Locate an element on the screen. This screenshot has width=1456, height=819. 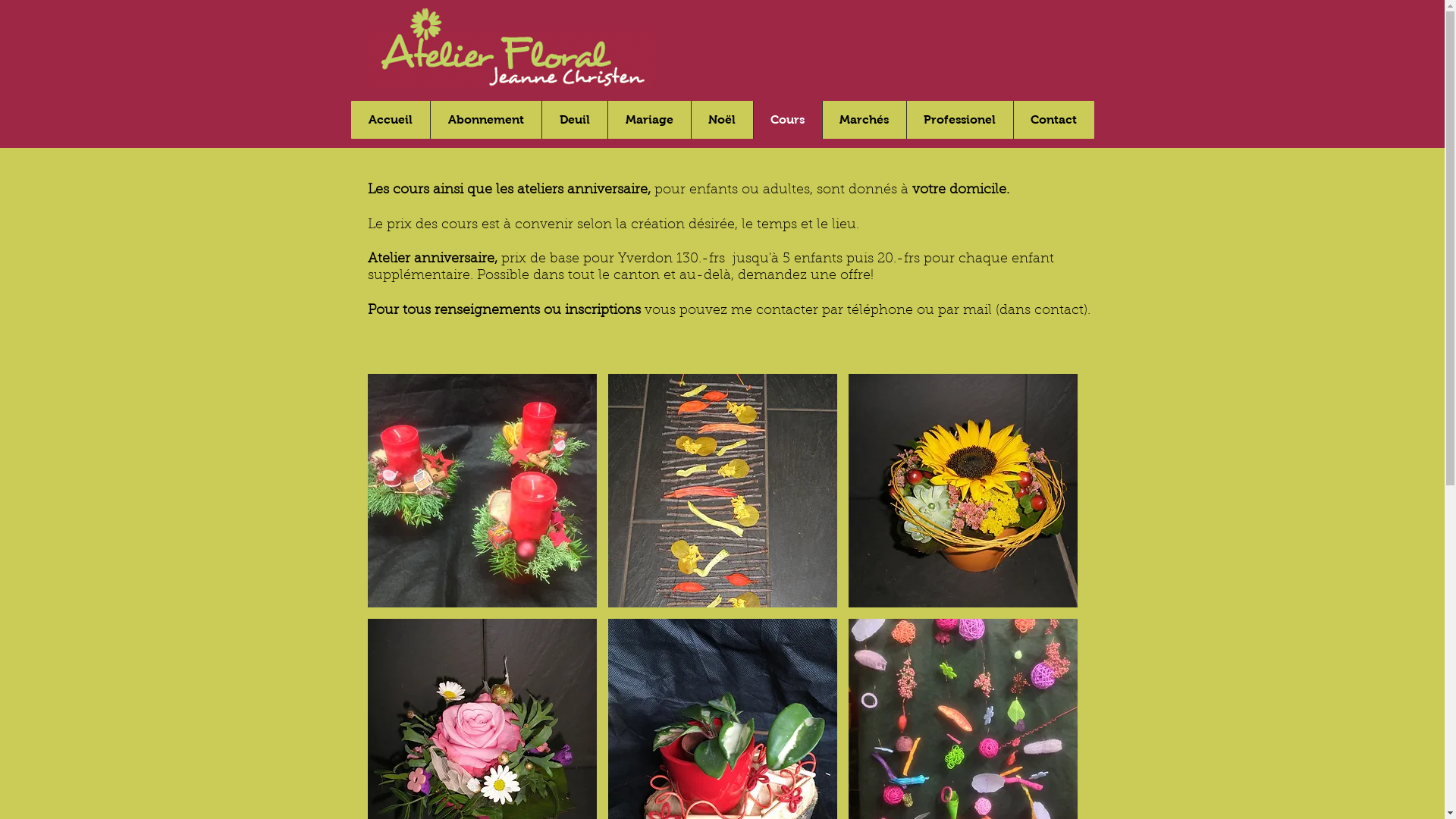
'Mariage' is located at coordinates (648, 119).